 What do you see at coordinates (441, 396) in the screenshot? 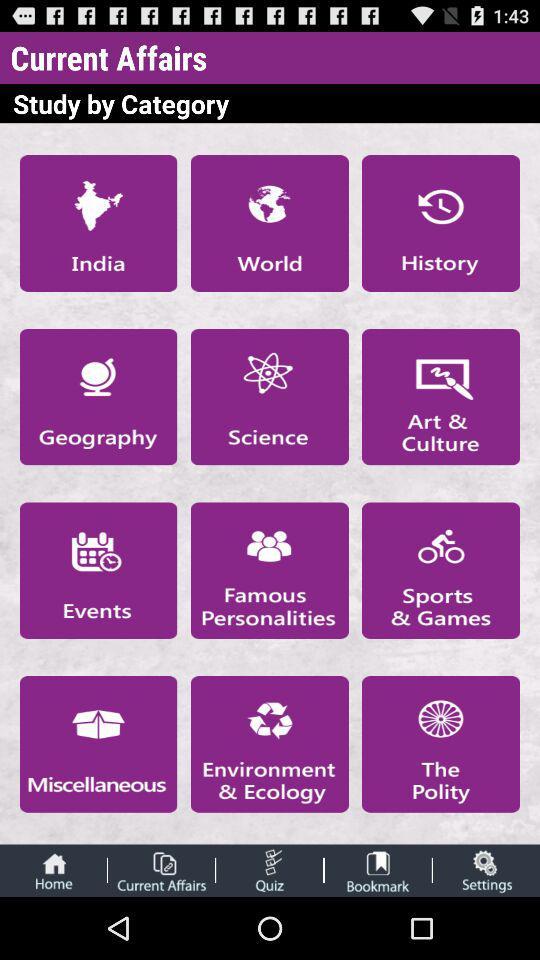
I see `art and culture` at bounding box center [441, 396].